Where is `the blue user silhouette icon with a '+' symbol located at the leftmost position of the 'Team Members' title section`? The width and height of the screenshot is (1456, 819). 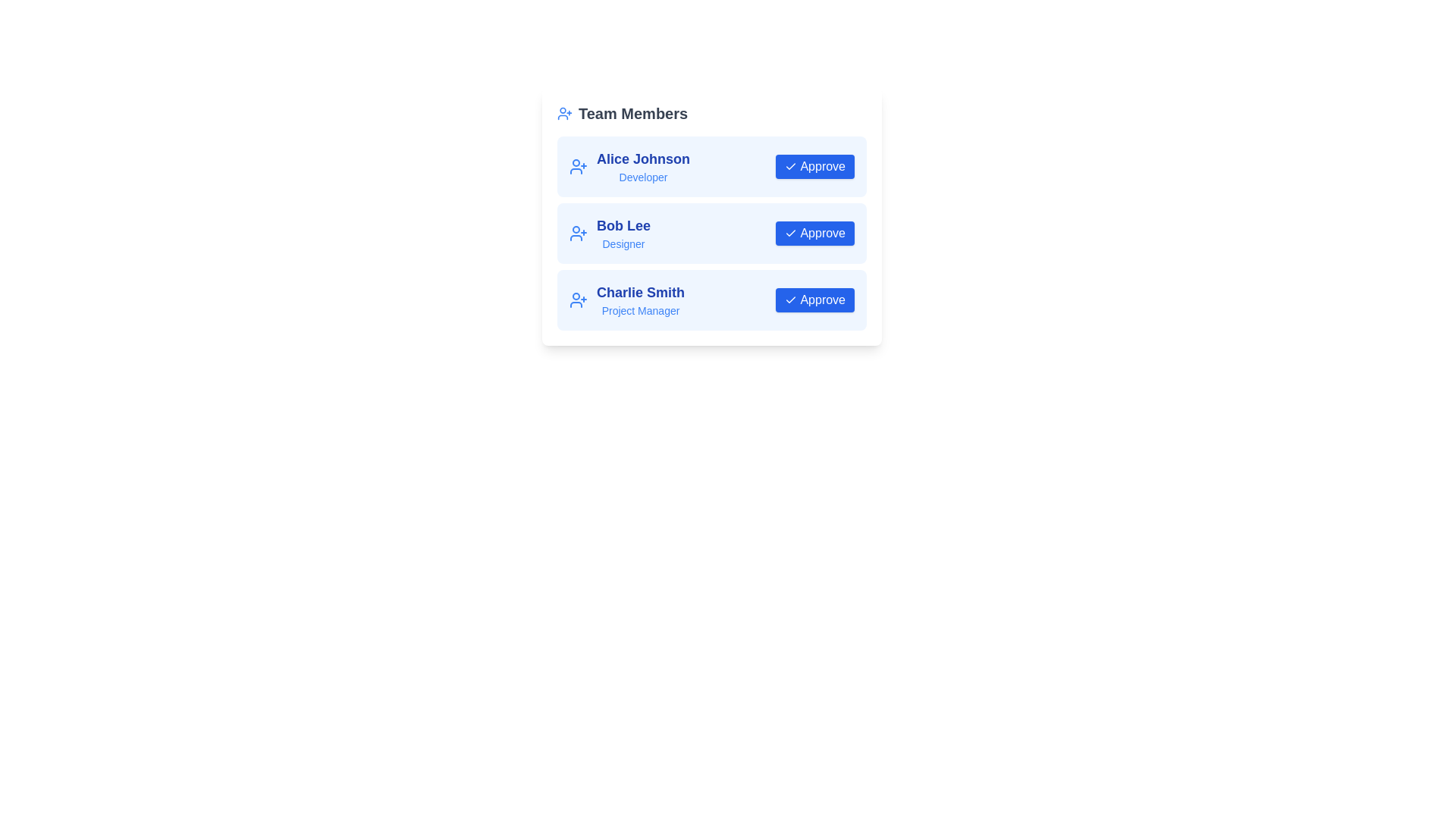
the blue user silhouette icon with a '+' symbol located at the leftmost position of the 'Team Members' title section is located at coordinates (563, 113).